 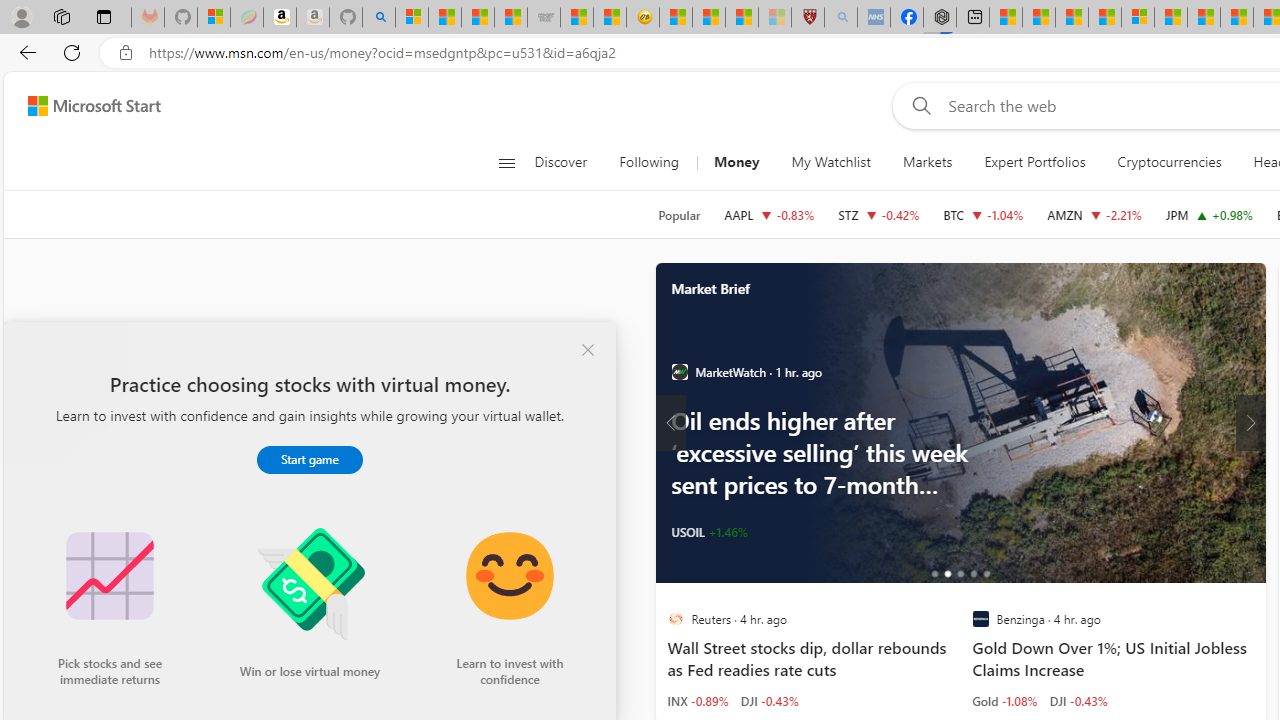 What do you see at coordinates (675, 618) in the screenshot?
I see `'Reuters'` at bounding box center [675, 618].